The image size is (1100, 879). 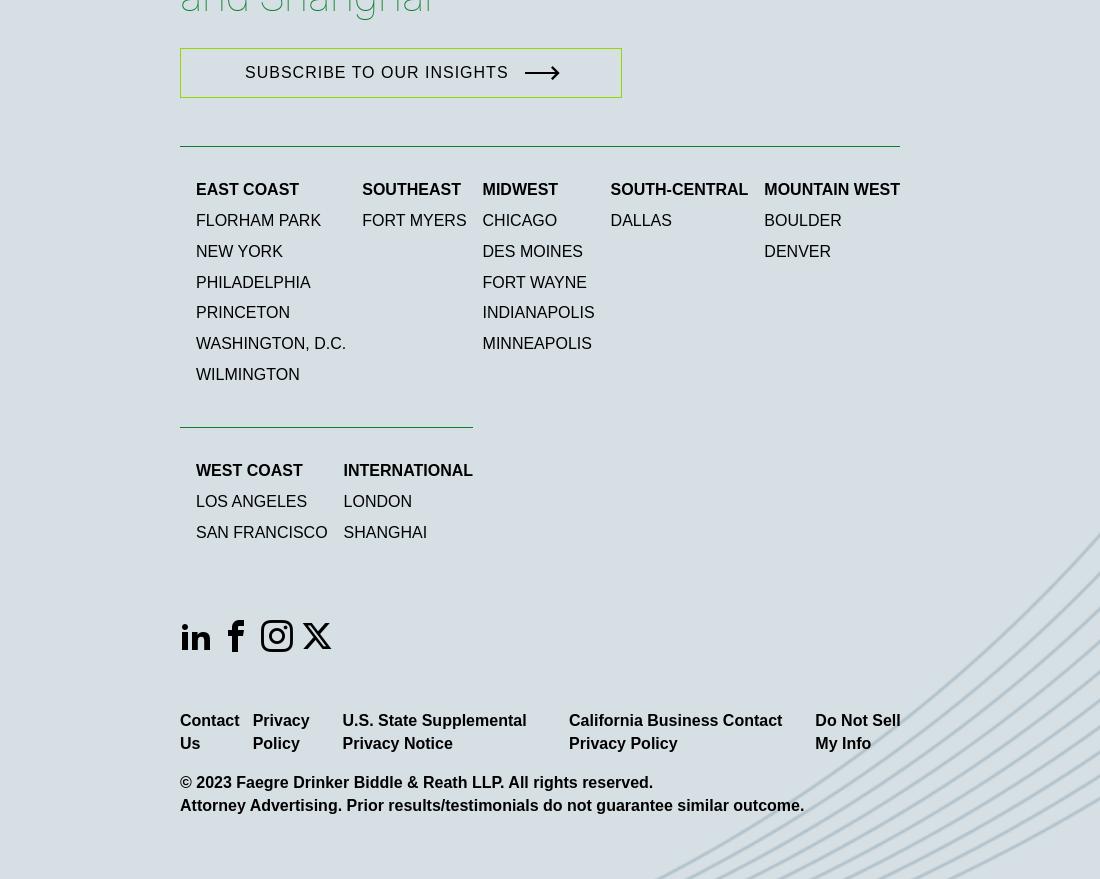 I want to click on 'San Francisco', so click(x=261, y=531).